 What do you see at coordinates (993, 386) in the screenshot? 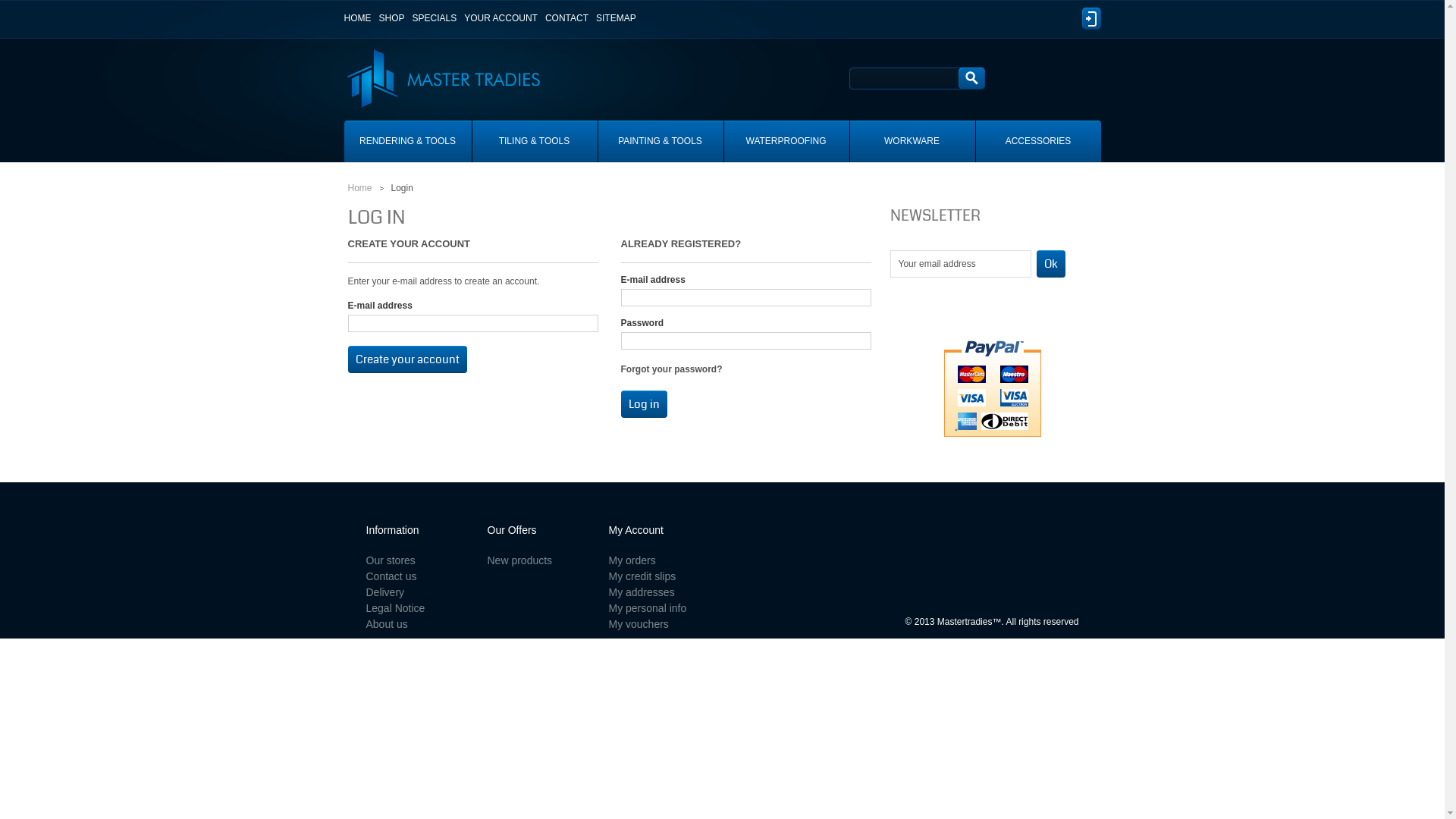
I see `'Pay with PayPal'` at bounding box center [993, 386].